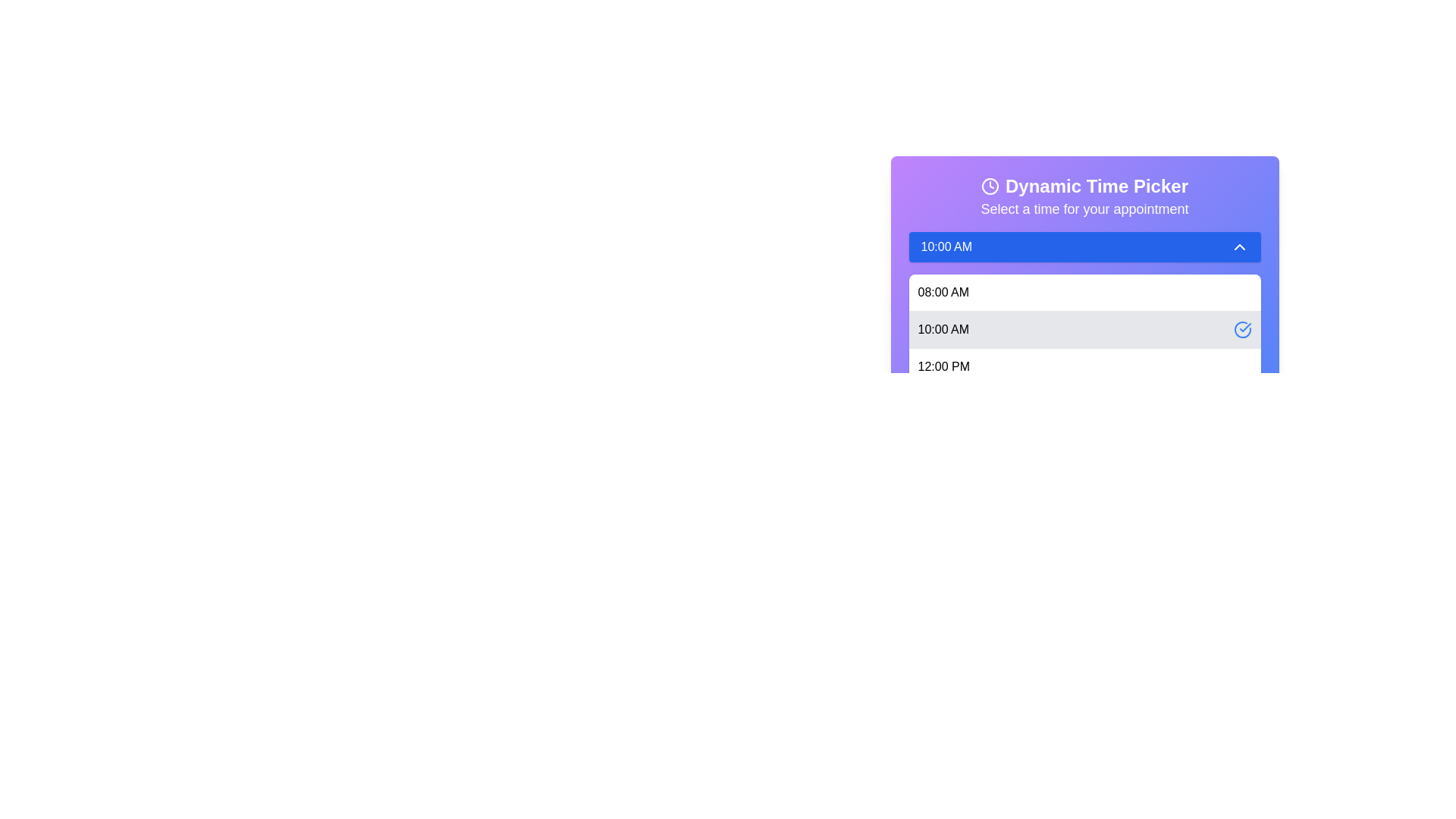 The width and height of the screenshot is (1456, 819). What do you see at coordinates (1244, 327) in the screenshot?
I see `the checkmark icon indicating the selected '10:00 AM' time slot, positioned at the right end of the corresponding row in the dropdown` at bounding box center [1244, 327].